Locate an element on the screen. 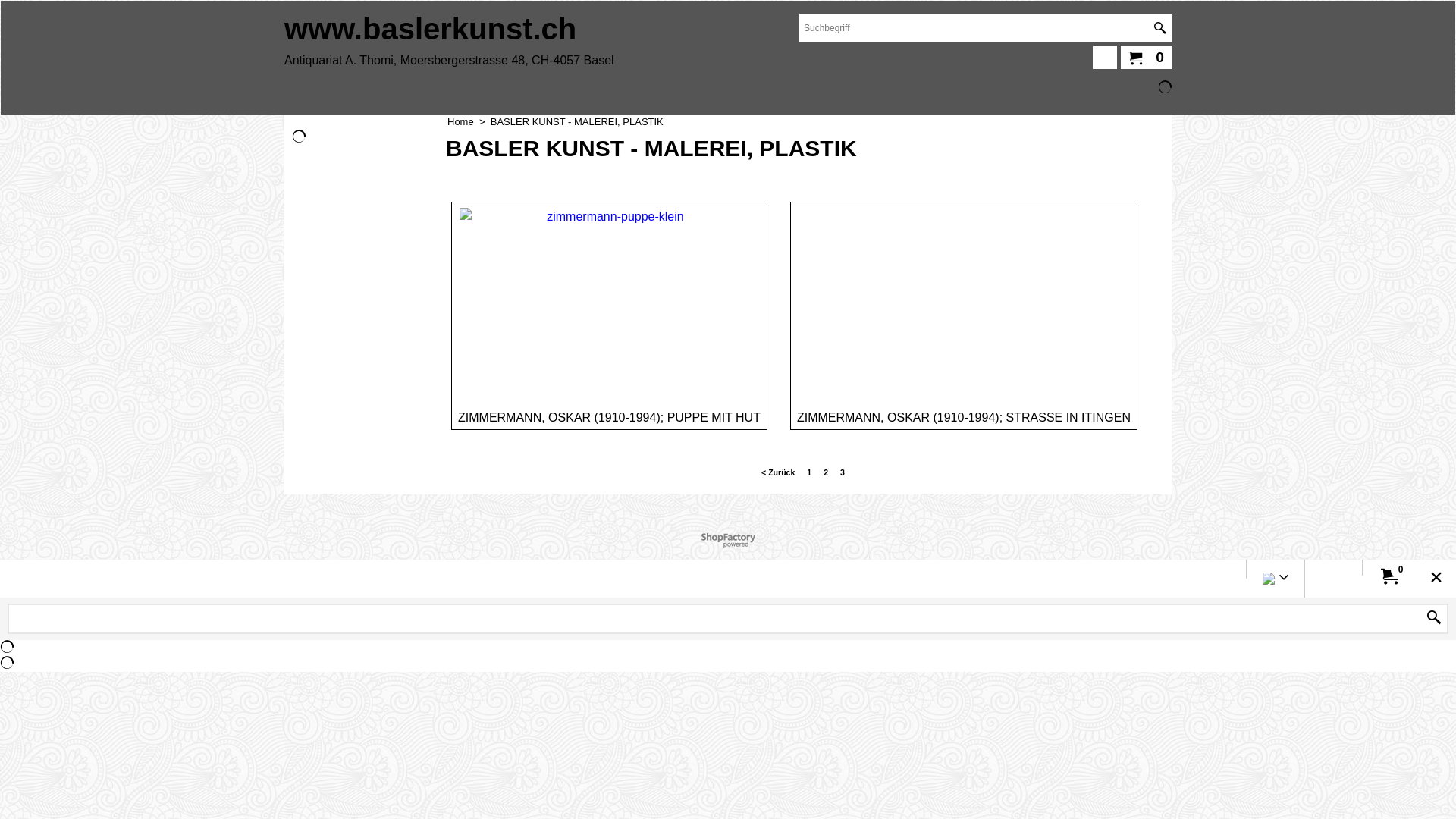 The image size is (1456, 819). 'zimmermann-puppe-klein' is located at coordinates (609, 301).